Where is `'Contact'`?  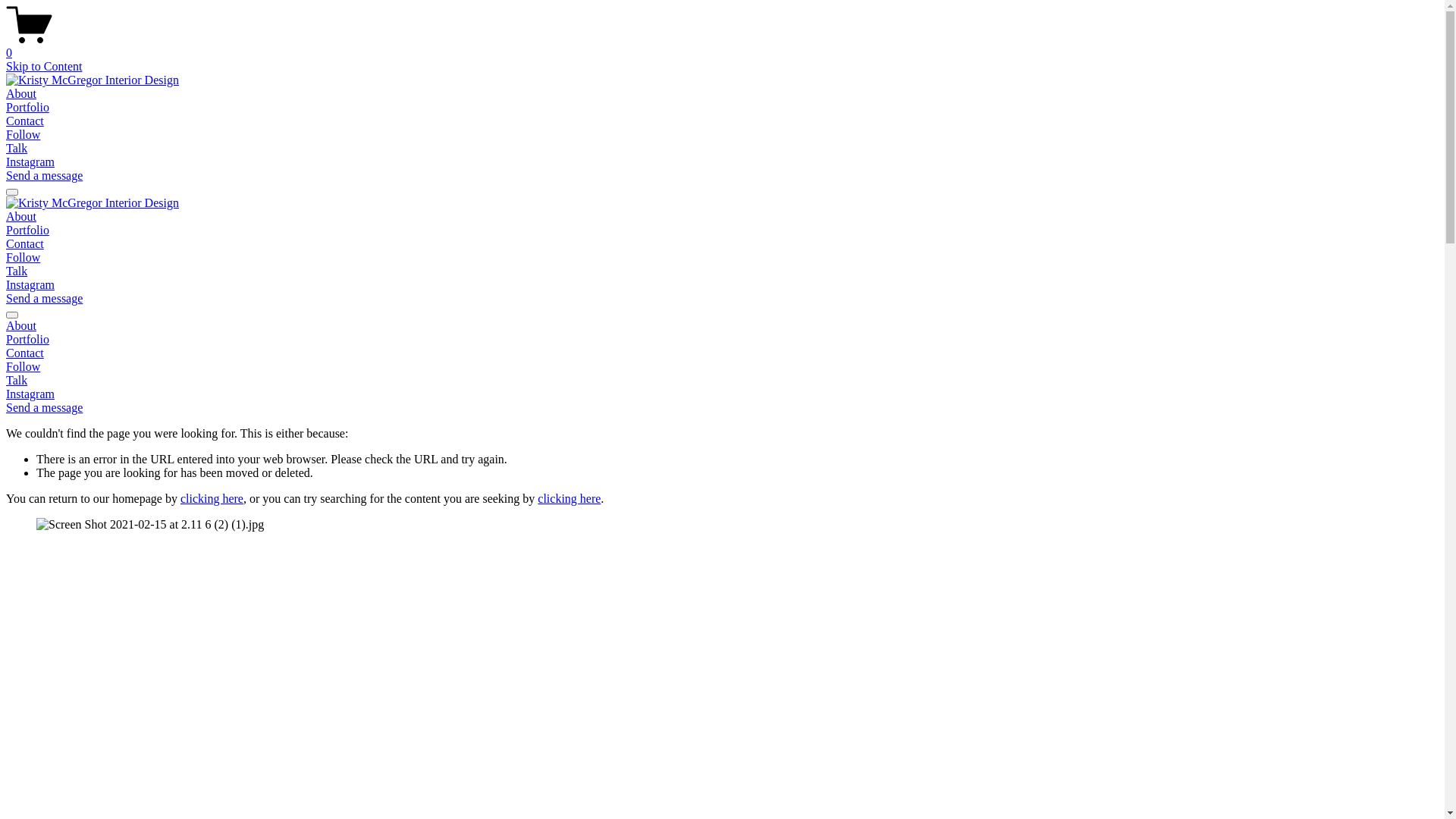
'Contact' is located at coordinates (25, 120).